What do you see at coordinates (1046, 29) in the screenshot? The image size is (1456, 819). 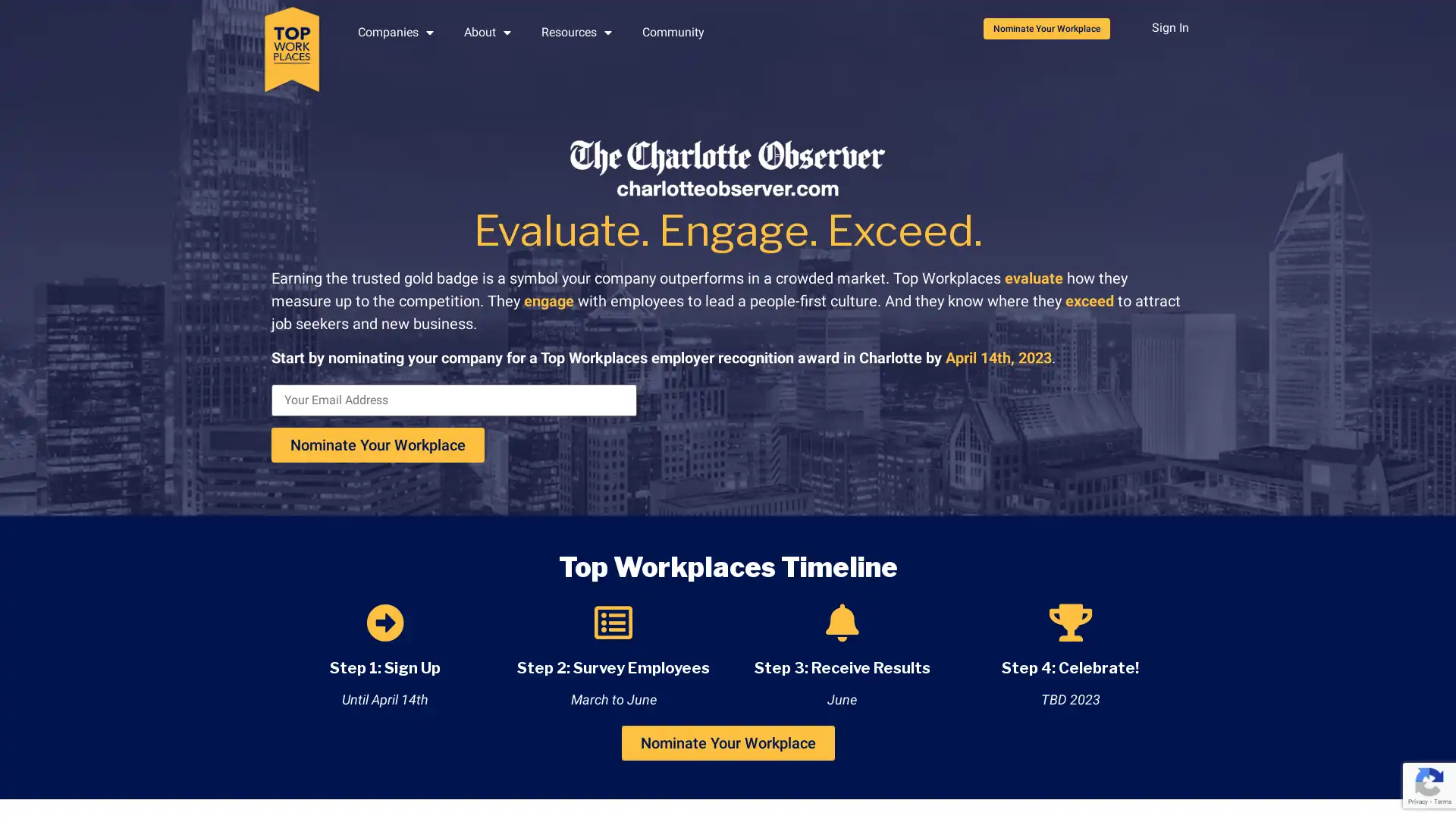 I see `Nominate Your Workplace` at bounding box center [1046, 29].